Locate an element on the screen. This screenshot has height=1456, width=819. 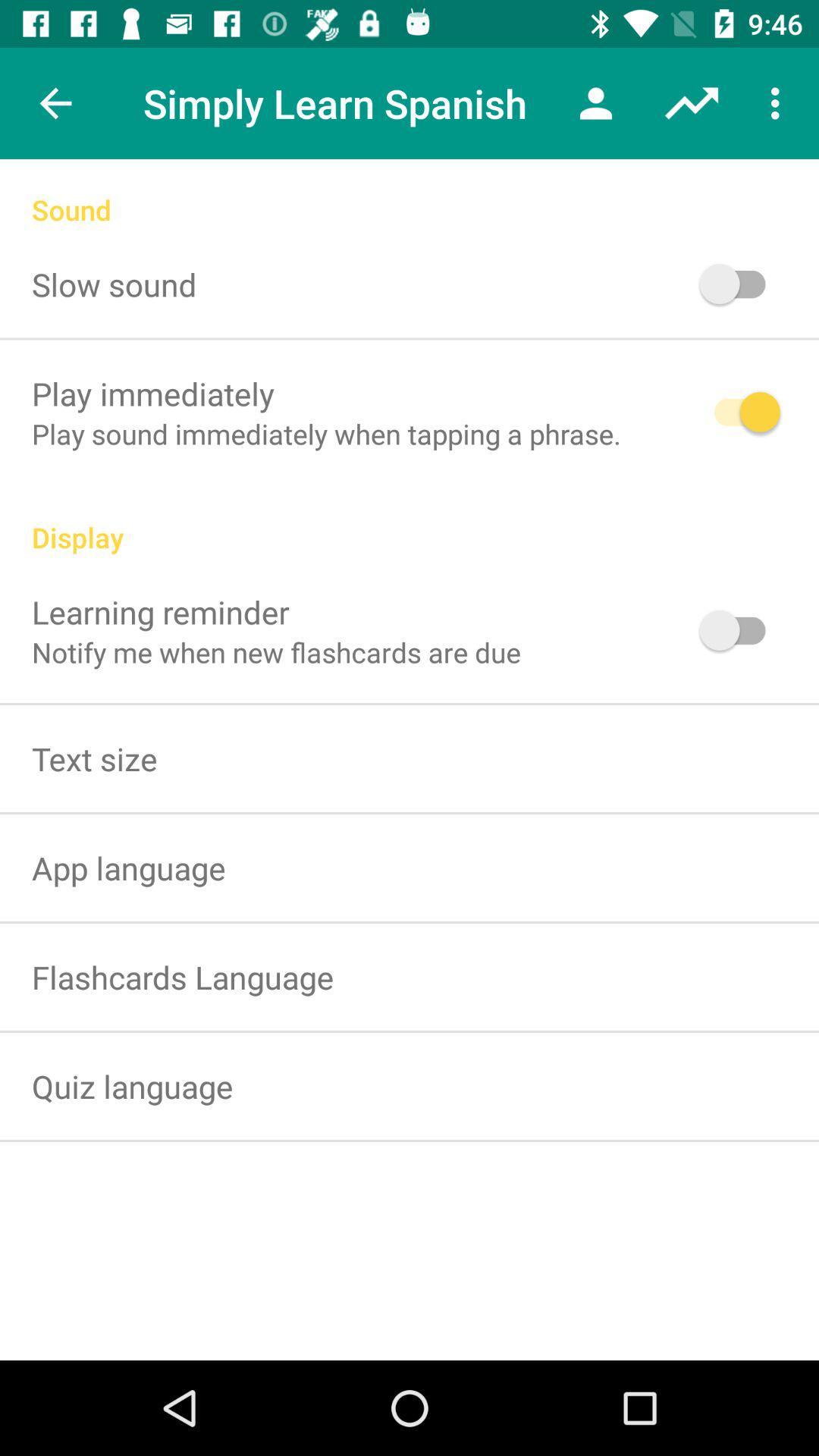
item below notify me when is located at coordinates (94, 758).